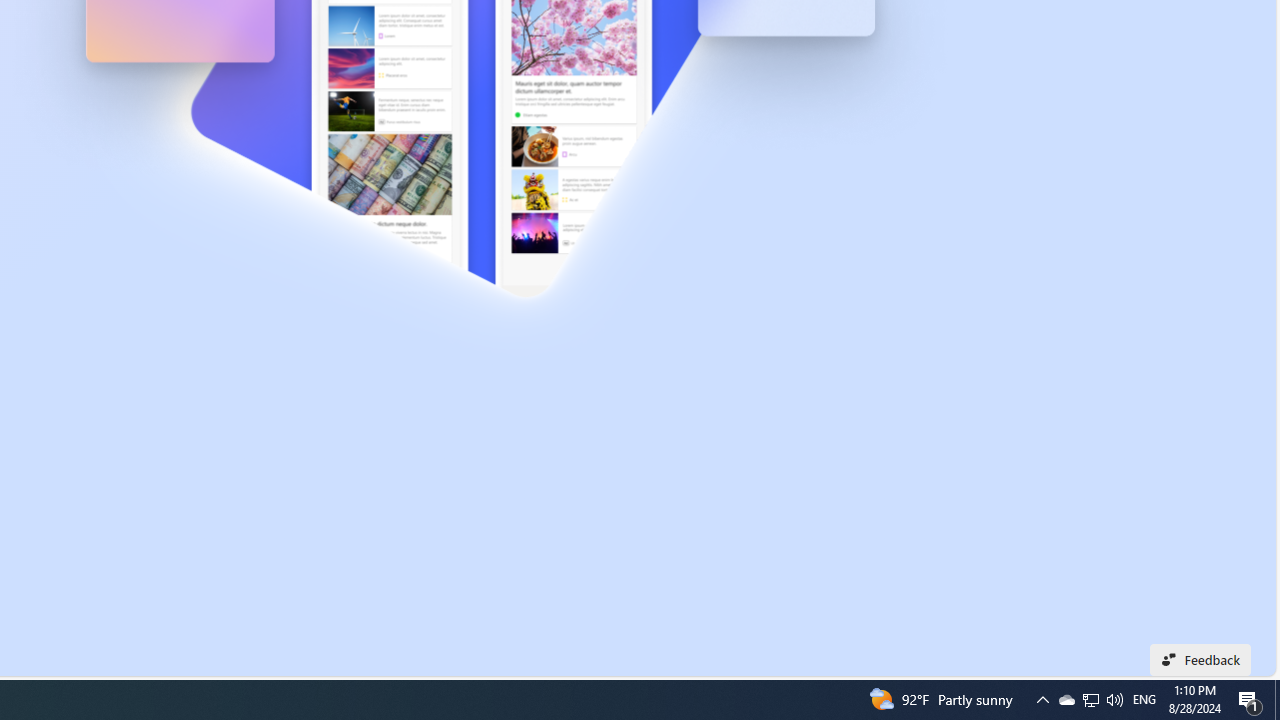 The width and height of the screenshot is (1280, 720). Describe the element at coordinates (1200, 659) in the screenshot. I see `'Feedback'` at that location.